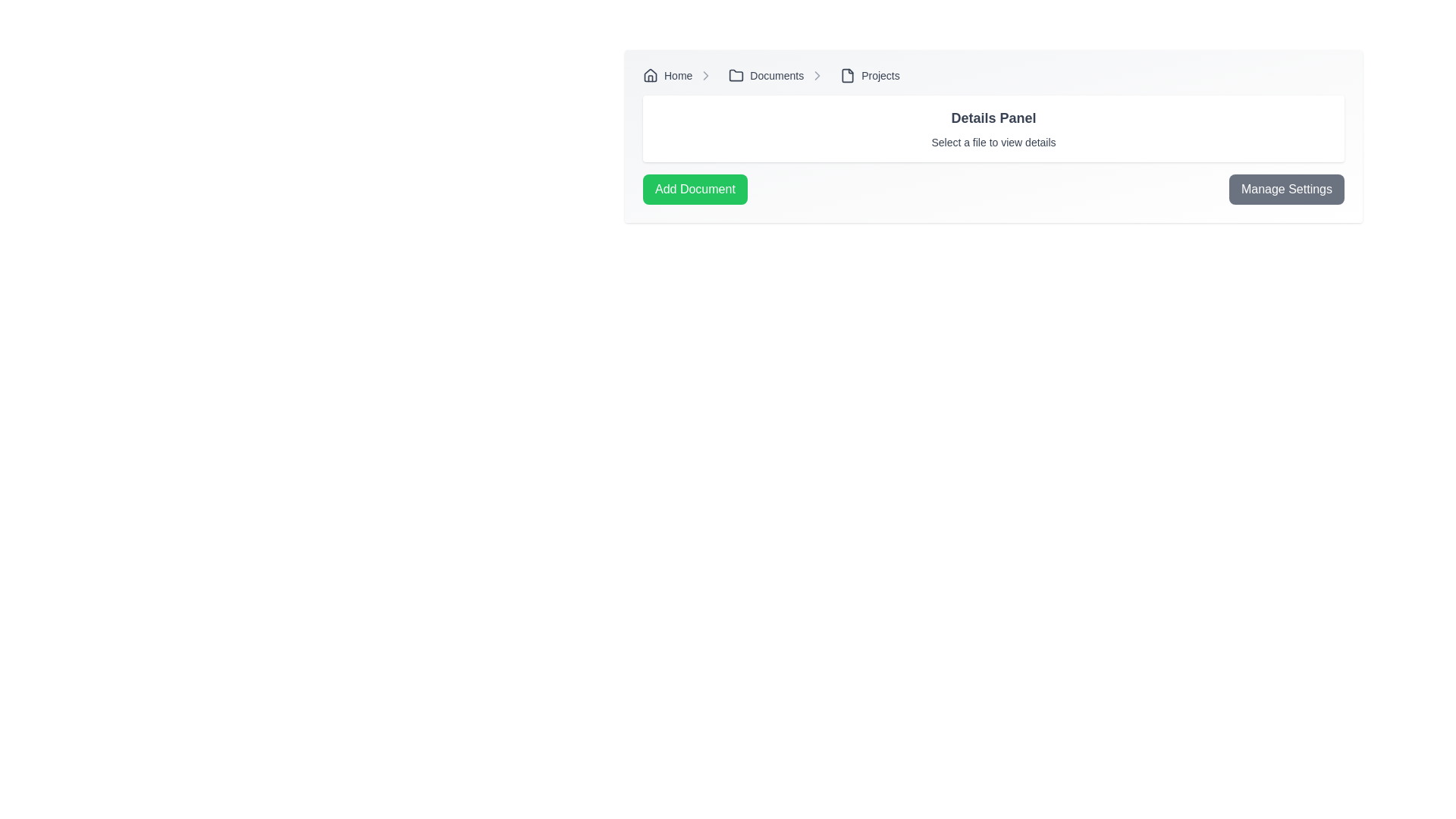 The image size is (1456, 819). Describe the element at coordinates (993, 143) in the screenshot. I see `the informational label located below the 'Details Panel' title in the Details Panel section to provide guidance for file selection` at that location.